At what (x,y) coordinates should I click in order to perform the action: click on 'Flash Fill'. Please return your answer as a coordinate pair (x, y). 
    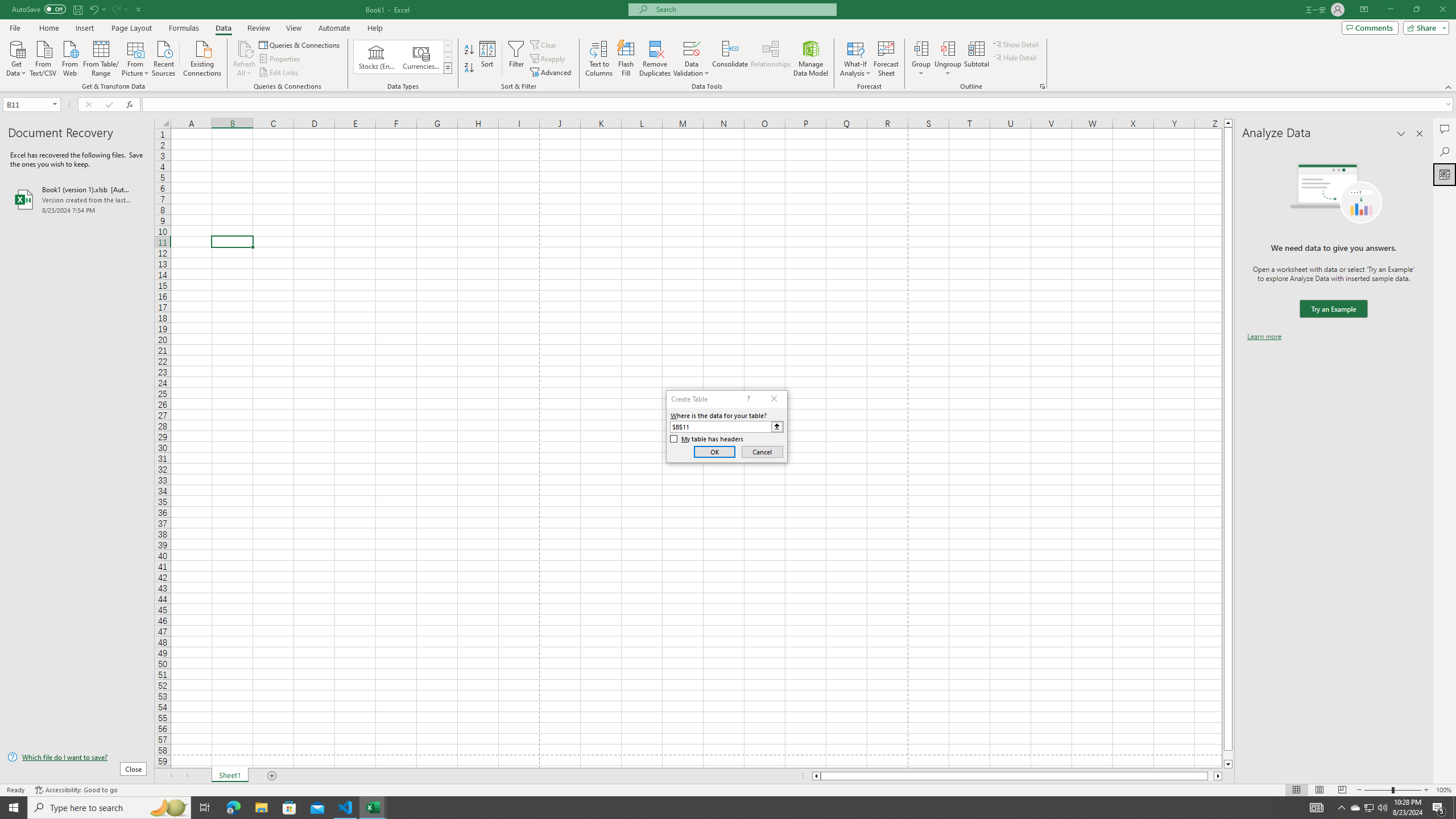
    Looking at the image, I should click on (626, 59).